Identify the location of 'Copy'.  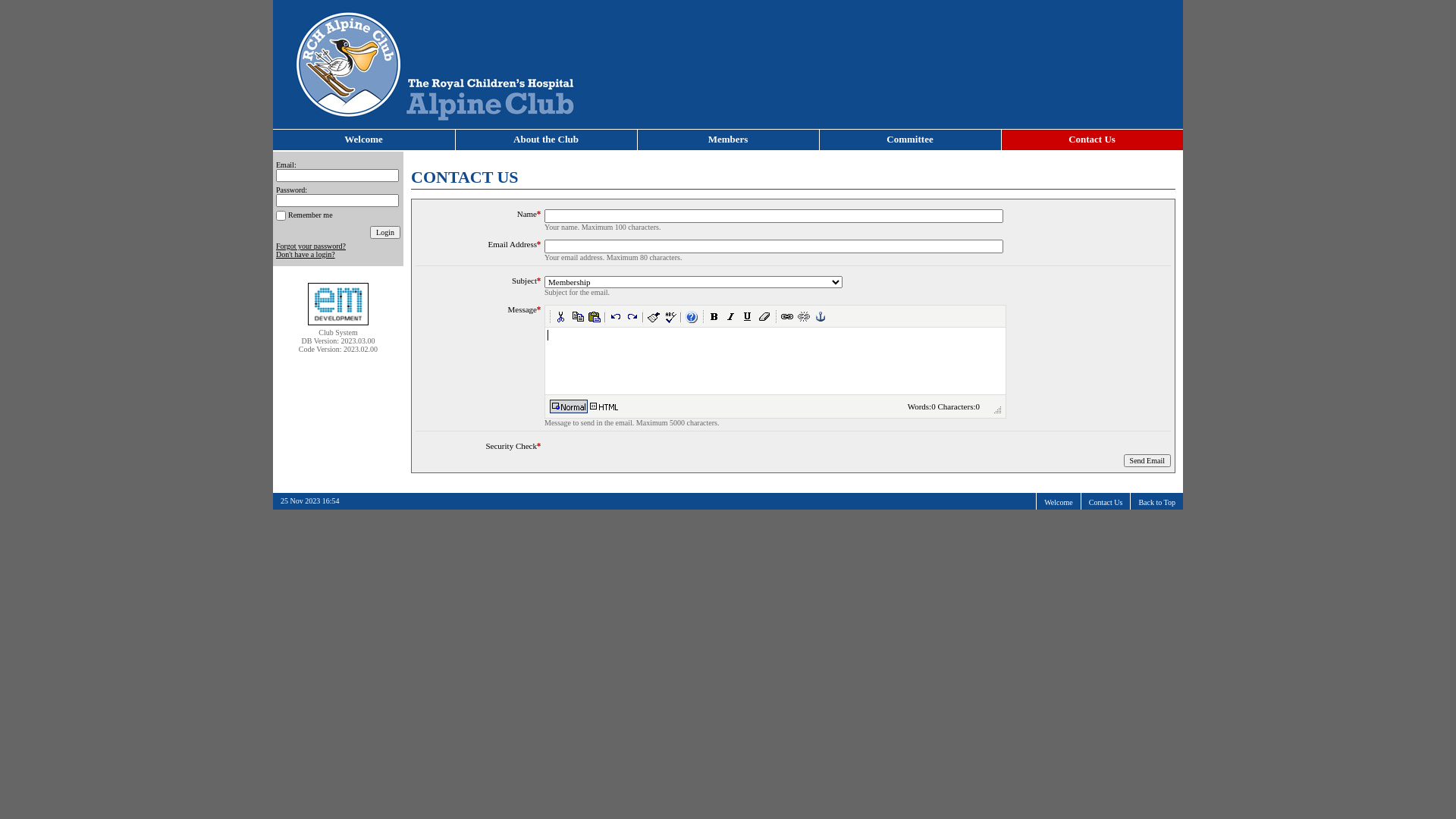
(577, 315).